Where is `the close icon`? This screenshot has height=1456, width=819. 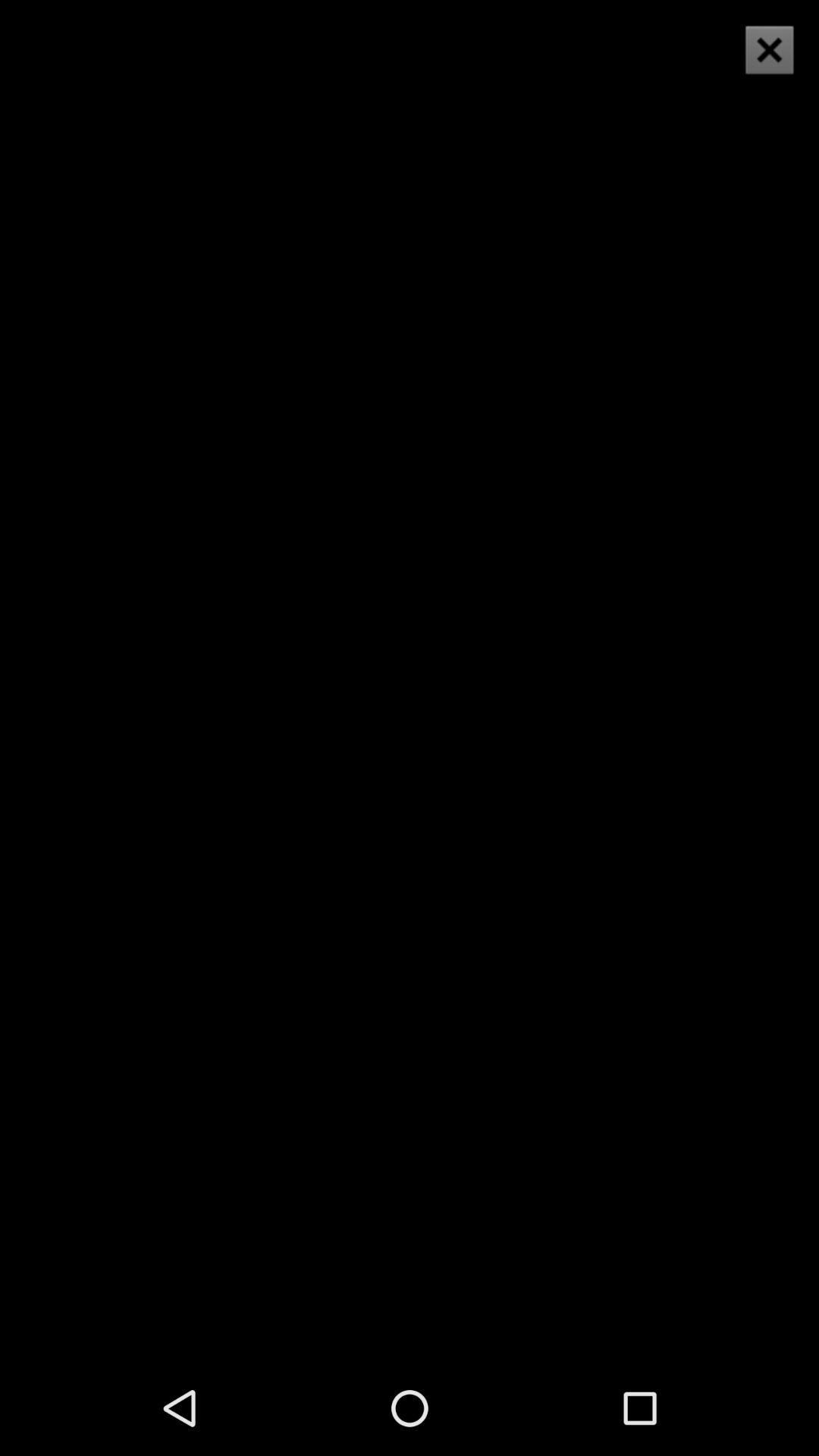
the close icon is located at coordinates (769, 49).